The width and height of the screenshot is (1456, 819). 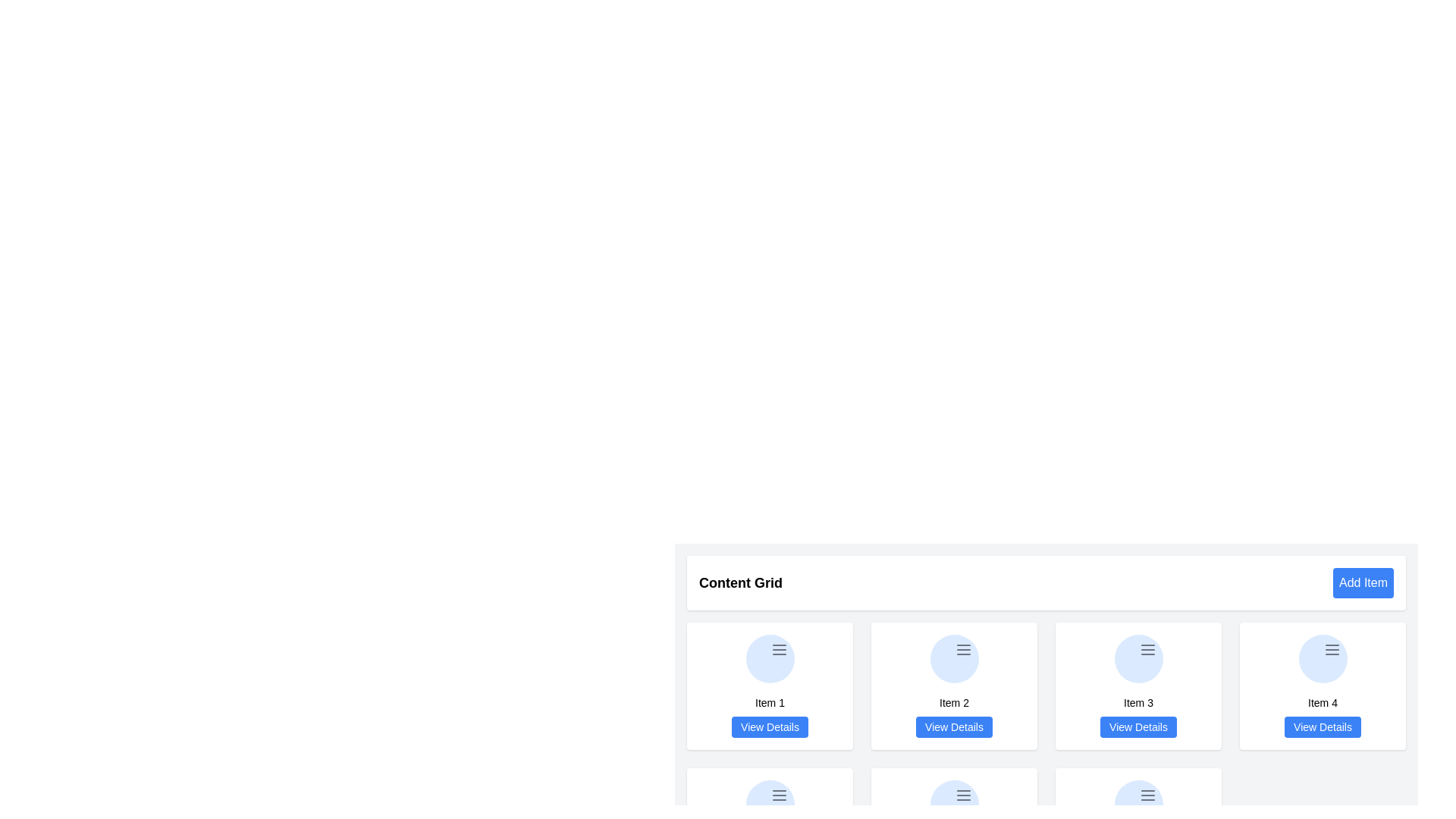 What do you see at coordinates (1138, 657) in the screenshot?
I see `the decorative icon, which is a circular icon with a light blue background and three horizontal lines representing a menu, located at the top of the card labeled 'Item 3'` at bounding box center [1138, 657].